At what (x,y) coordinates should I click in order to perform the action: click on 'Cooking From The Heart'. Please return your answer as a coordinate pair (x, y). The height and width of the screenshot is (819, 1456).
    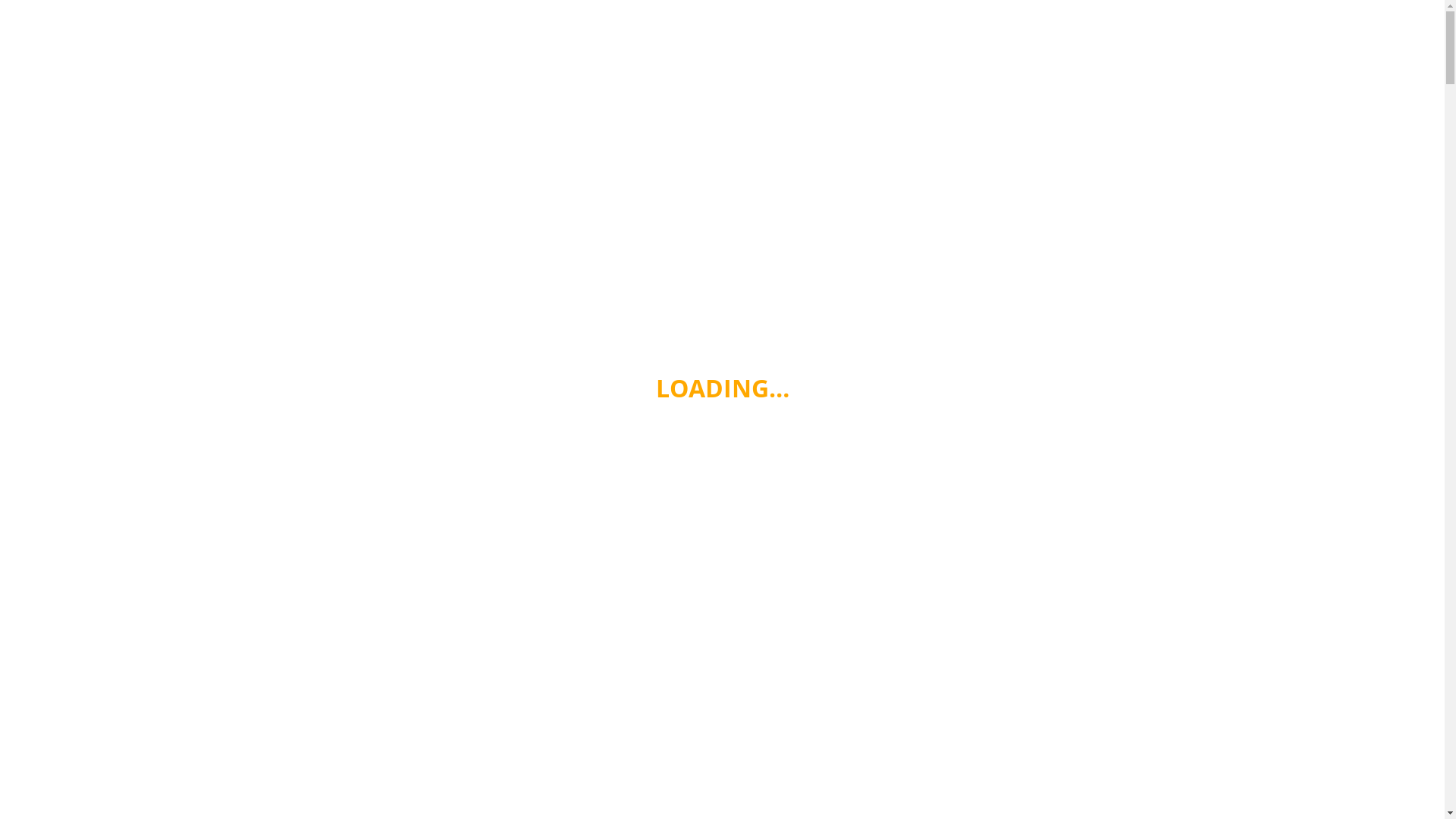
    Looking at the image, I should click on (345, 19).